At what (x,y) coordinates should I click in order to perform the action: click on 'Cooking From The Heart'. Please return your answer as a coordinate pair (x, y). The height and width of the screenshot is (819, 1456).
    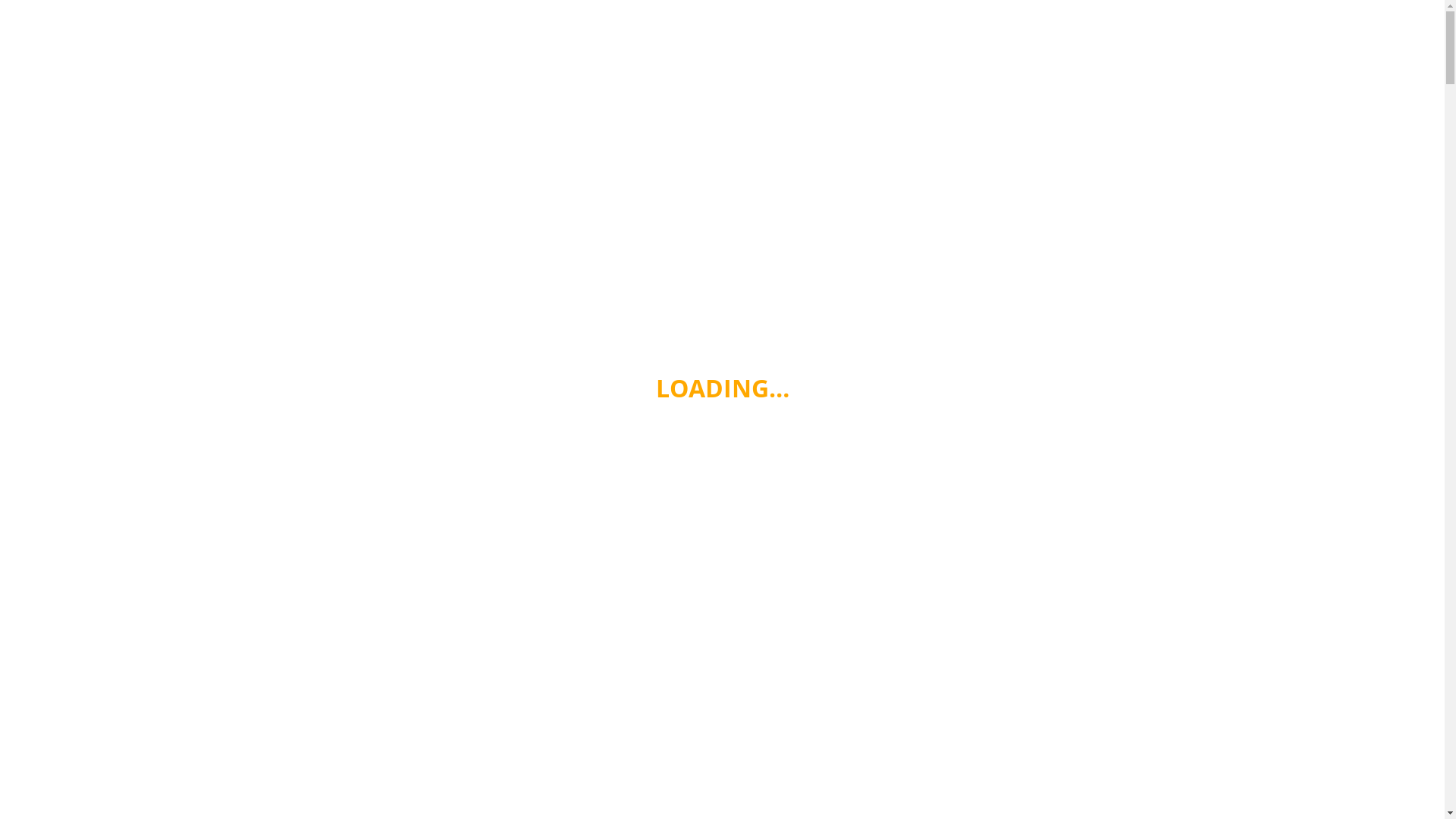
    Looking at the image, I should click on (345, 19).